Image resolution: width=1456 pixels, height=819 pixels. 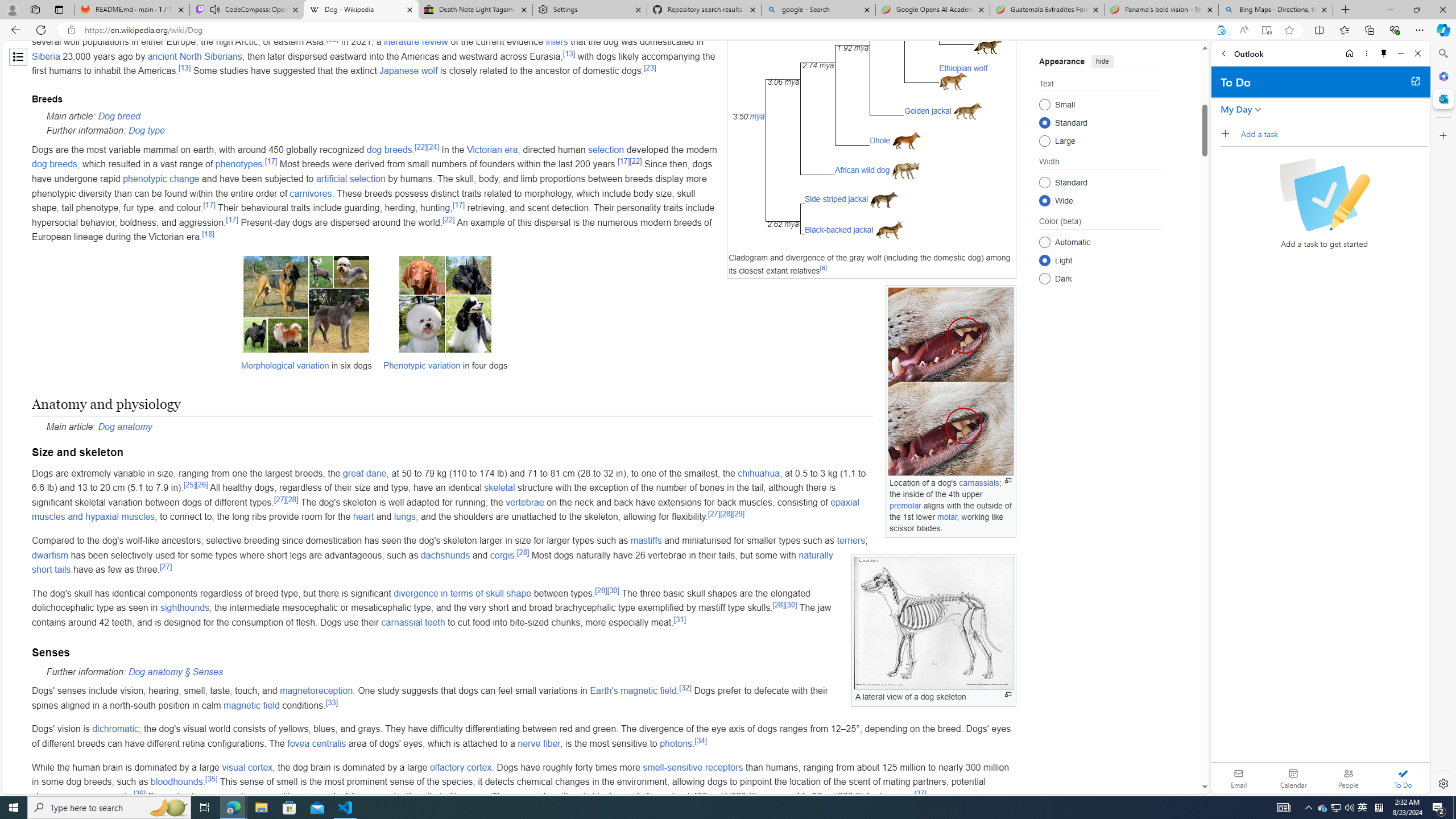 What do you see at coordinates (946, 516) in the screenshot?
I see `'molar'` at bounding box center [946, 516].